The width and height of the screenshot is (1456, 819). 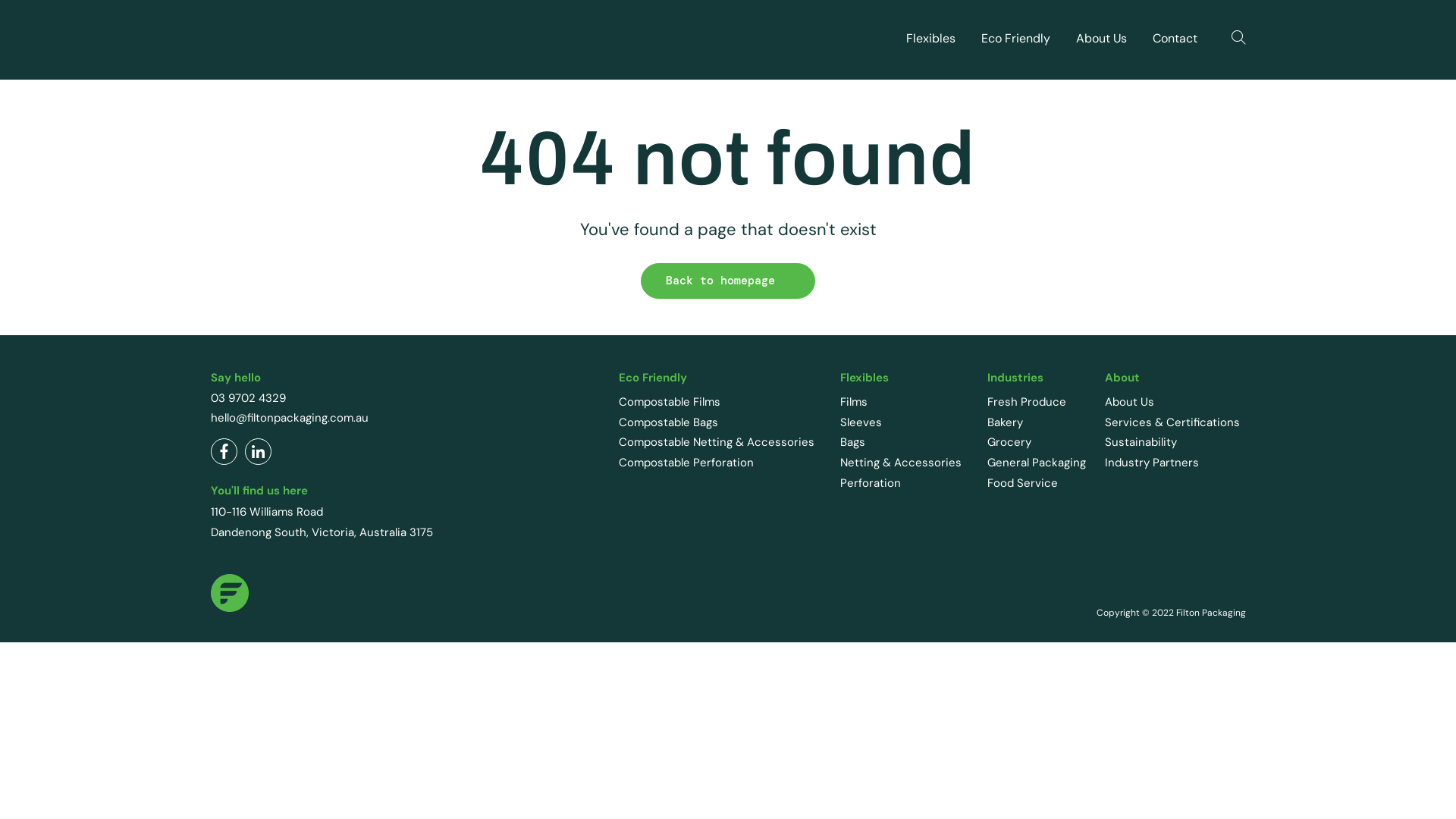 I want to click on 'Films', so click(x=854, y=400).